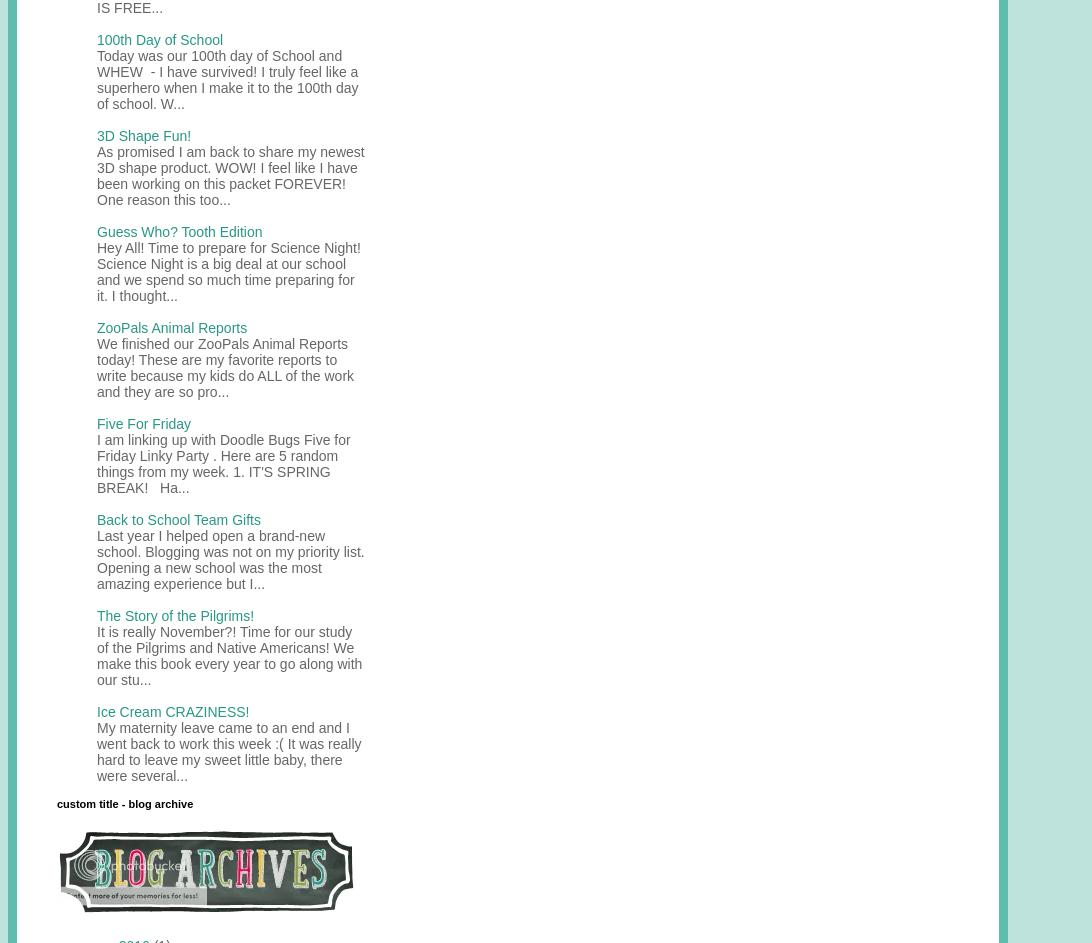 This screenshot has height=943, width=1092. What do you see at coordinates (96, 231) in the screenshot?
I see `'Guess Who? Tooth Edition'` at bounding box center [96, 231].